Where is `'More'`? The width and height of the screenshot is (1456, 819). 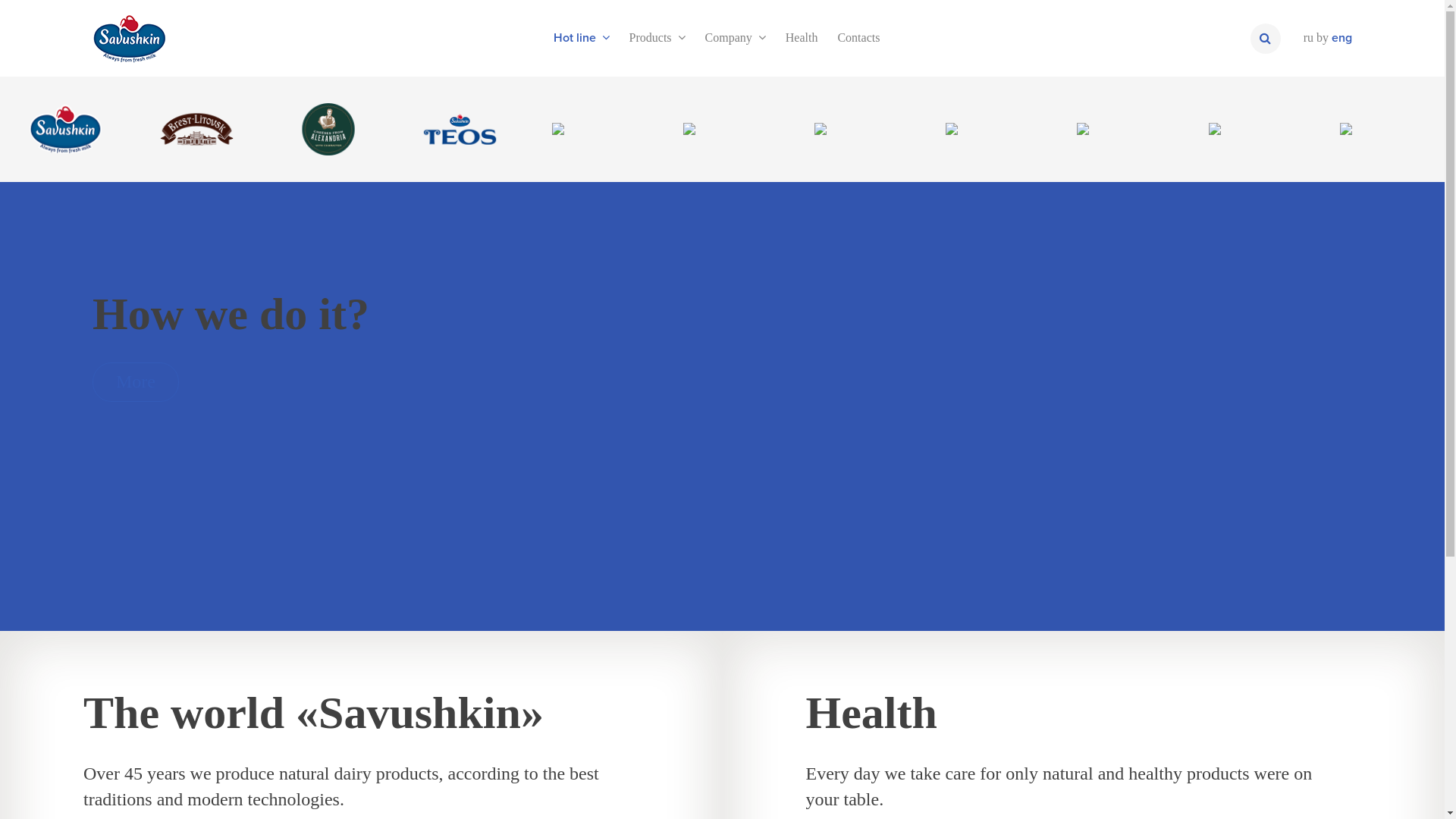 'More' is located at coordinates (91, 381).